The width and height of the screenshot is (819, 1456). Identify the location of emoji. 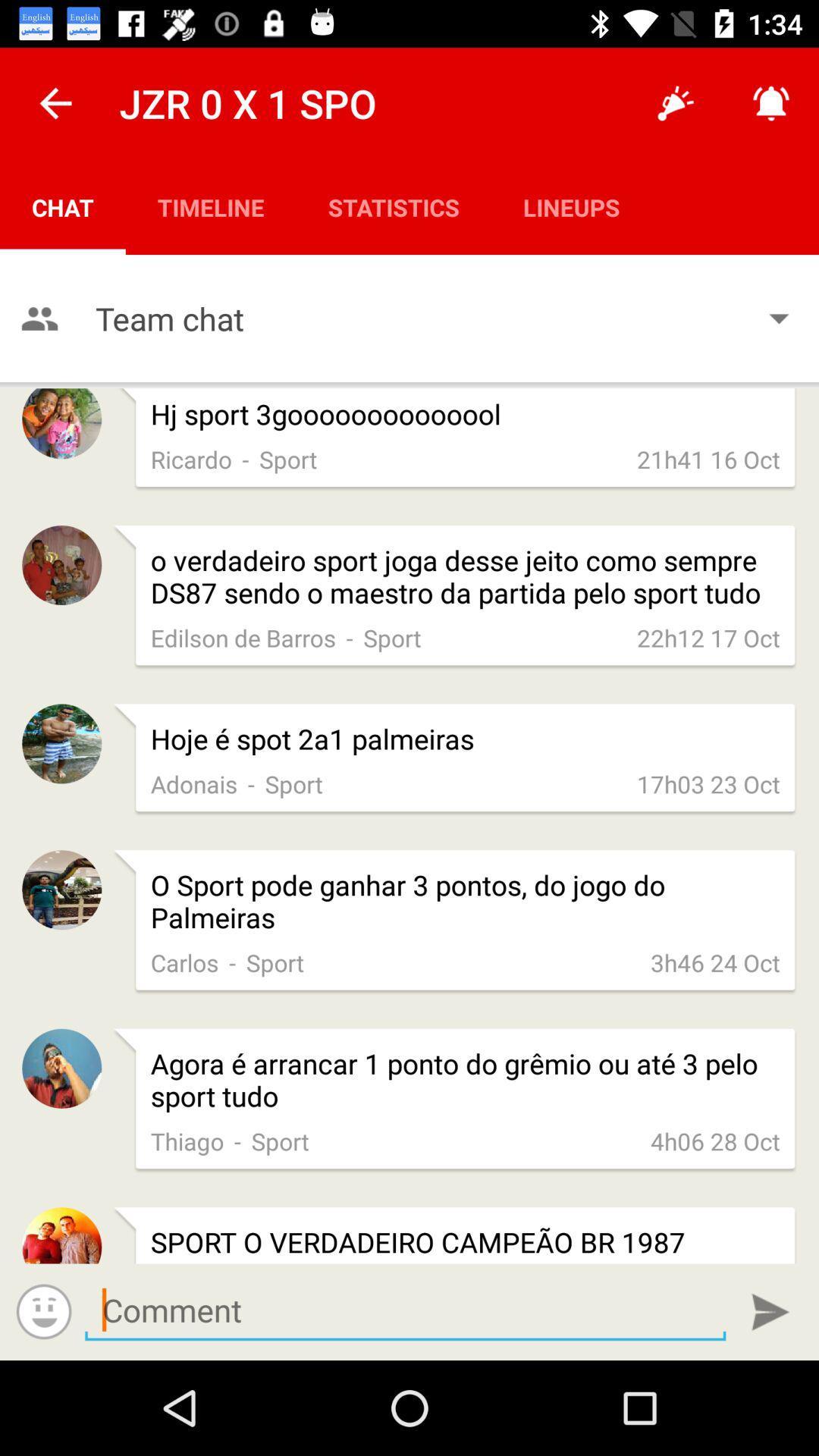
(43, 1310).